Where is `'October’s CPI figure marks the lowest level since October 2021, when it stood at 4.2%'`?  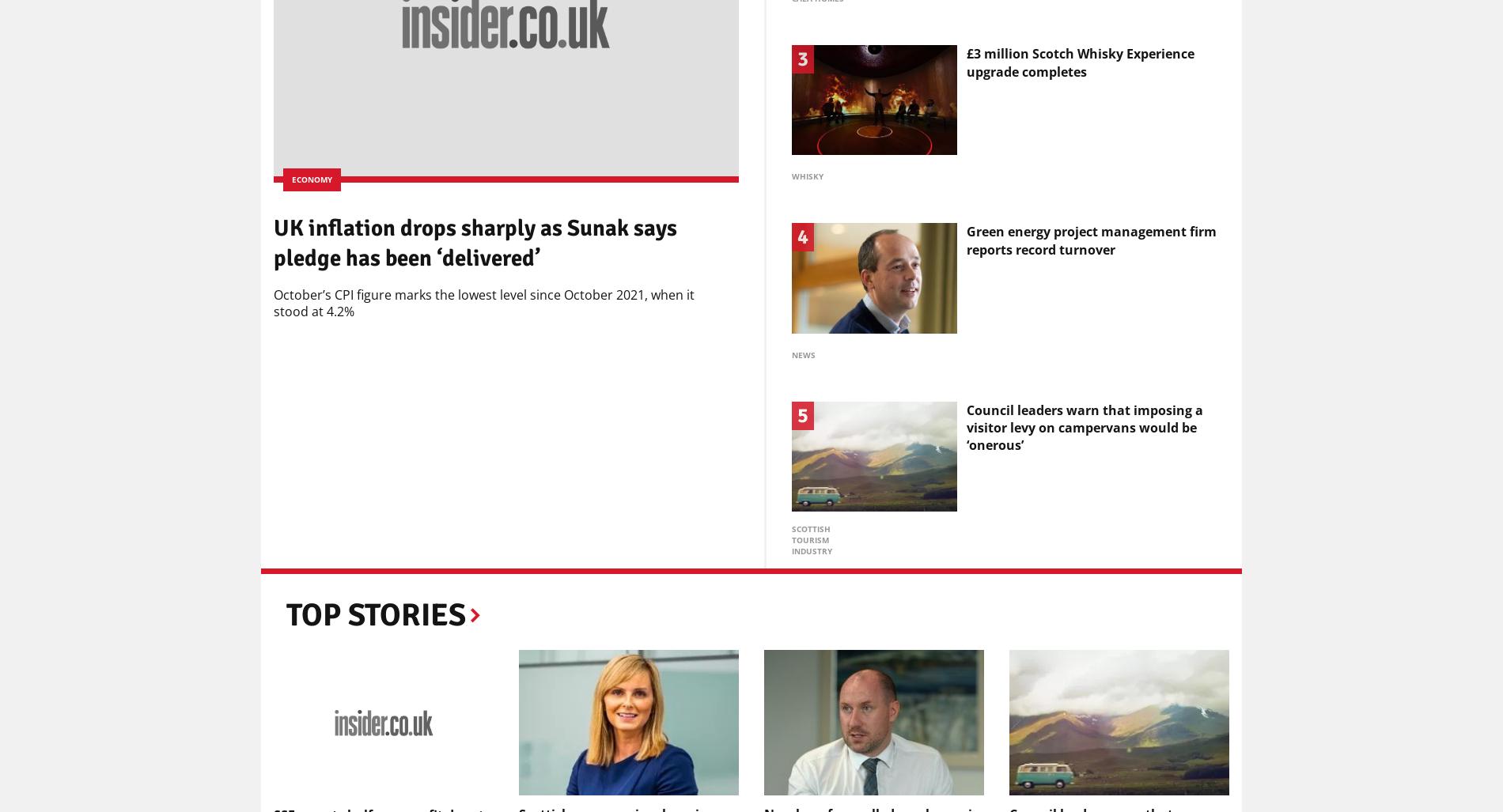
'October’s CPI figure marks the lowest level since October 2021, when it stood at 4.2%' is located at coordinates (483, 303).